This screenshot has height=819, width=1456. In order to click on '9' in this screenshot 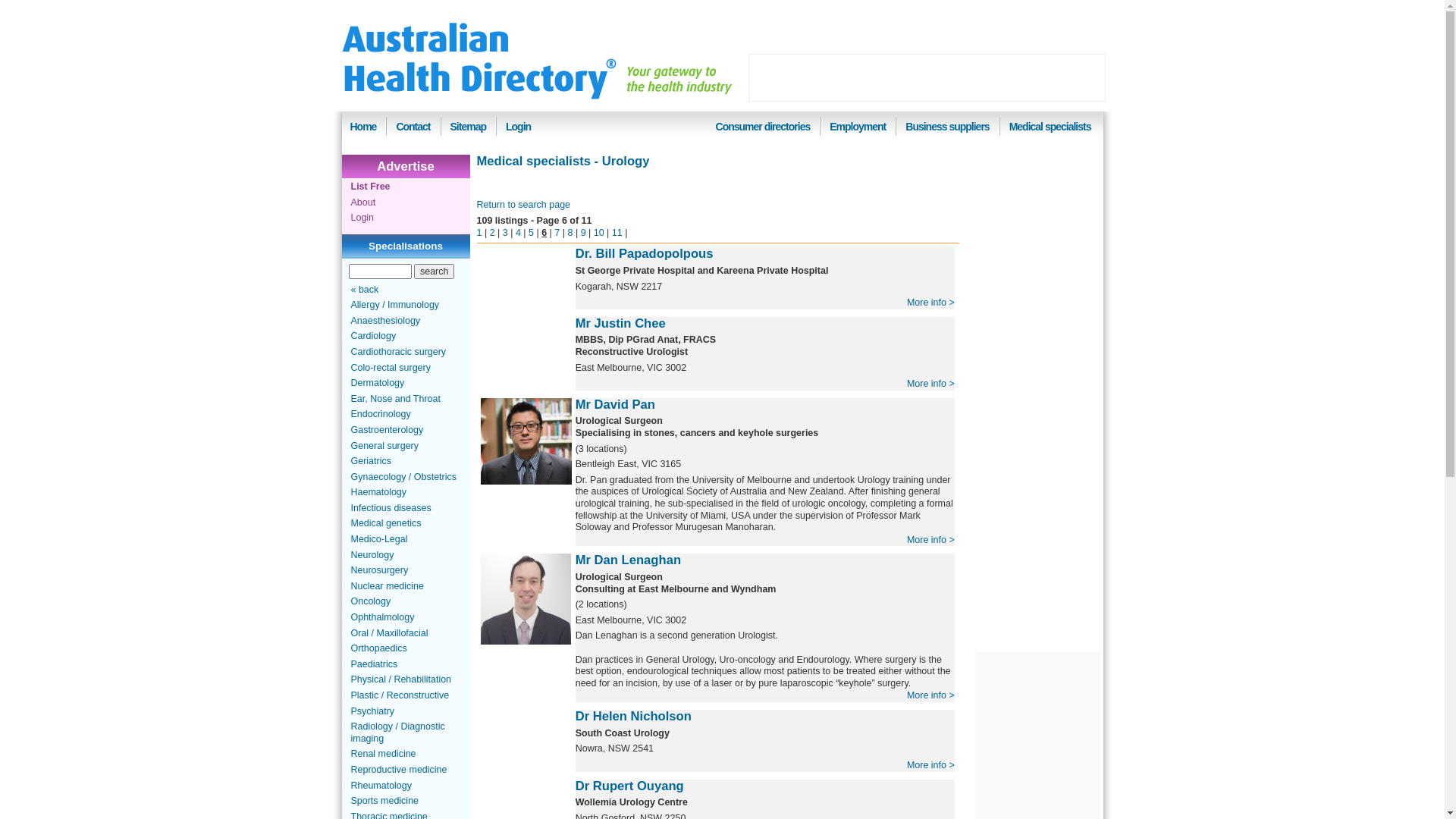, I will do `click(582, 233)`.